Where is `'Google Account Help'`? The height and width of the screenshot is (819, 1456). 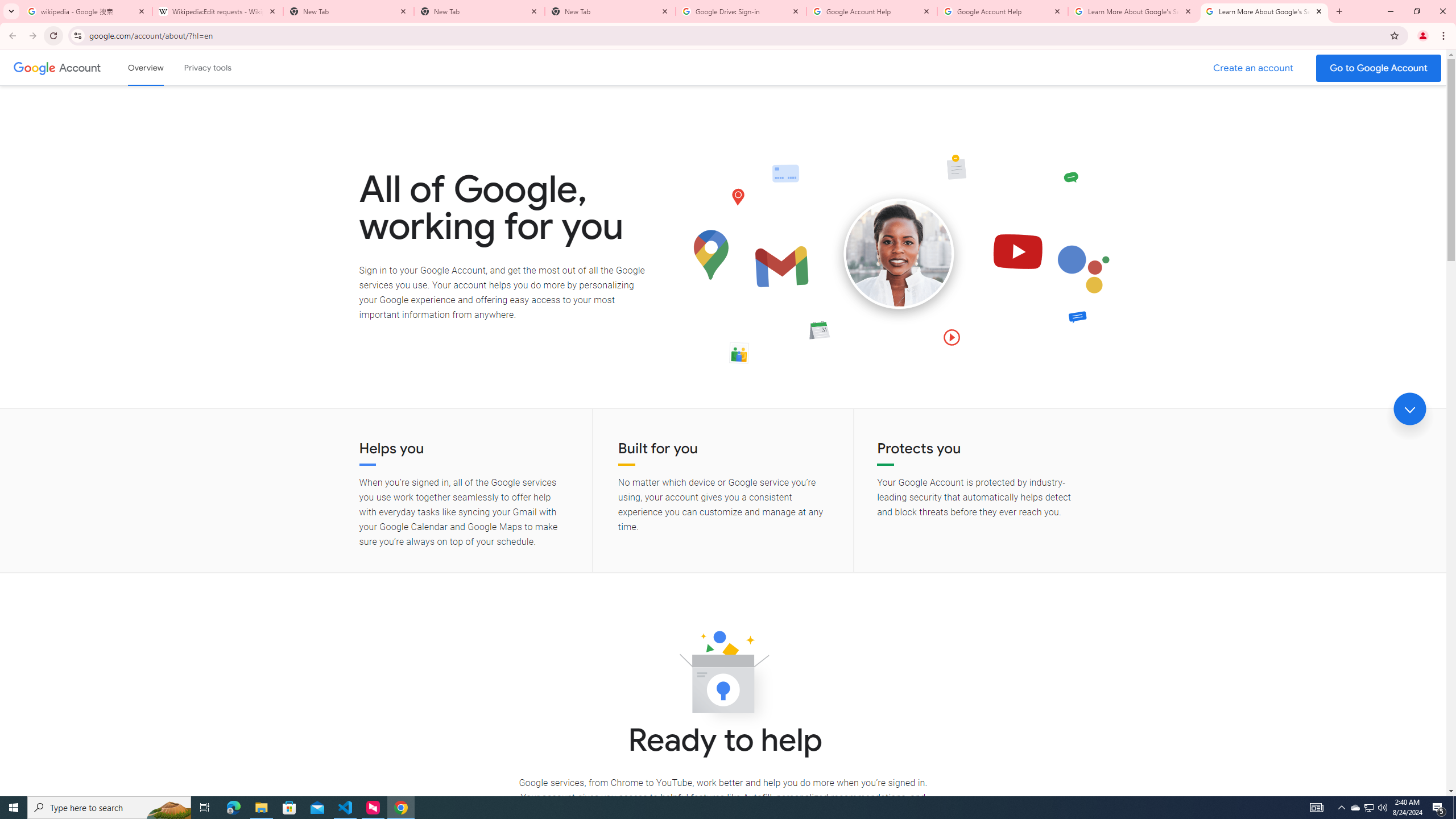
'Google Account Help' is located at coordinates (1002, 11).